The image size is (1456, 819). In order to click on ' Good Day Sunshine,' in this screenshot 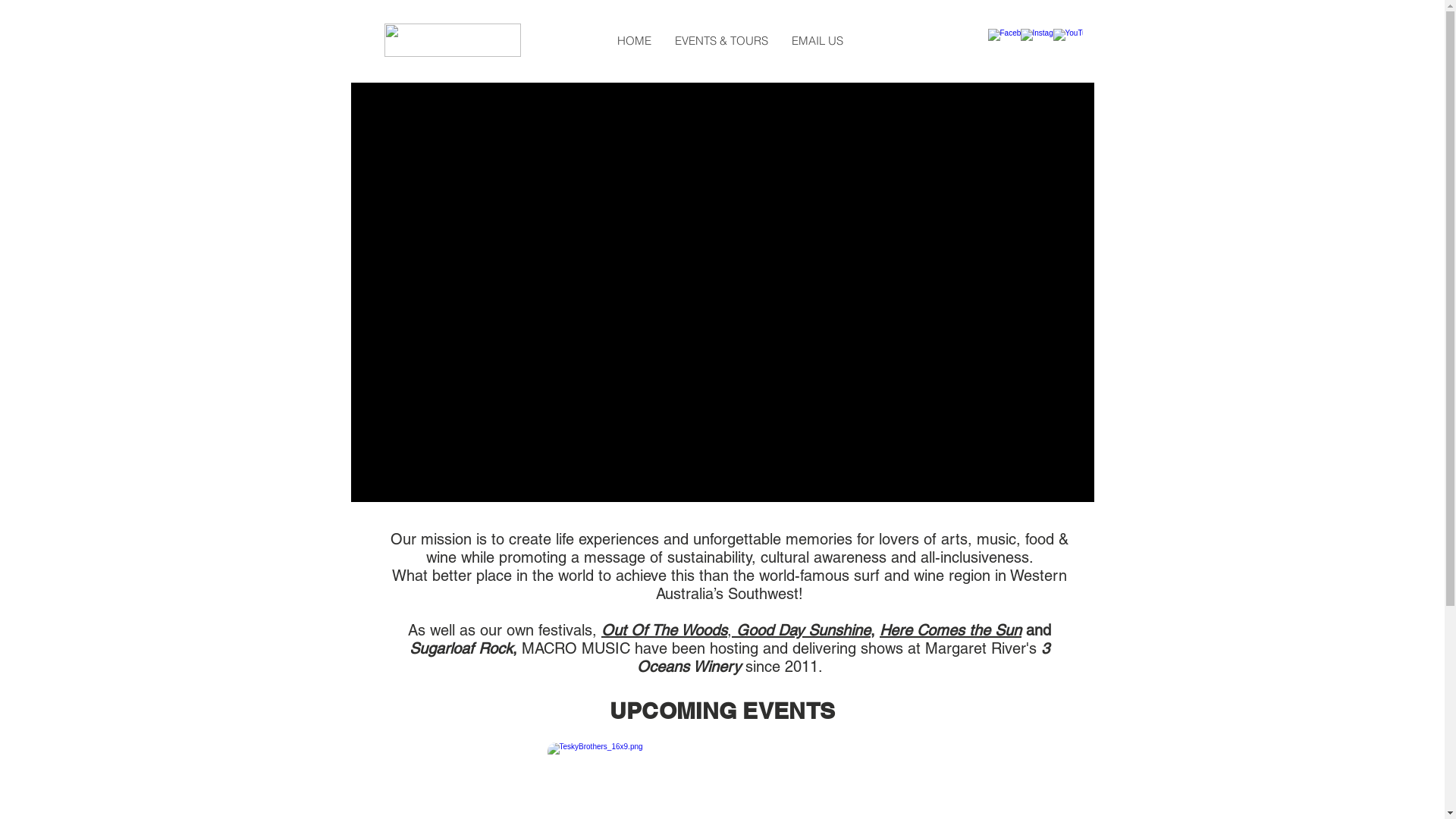, I will do `click(802, 629)`.